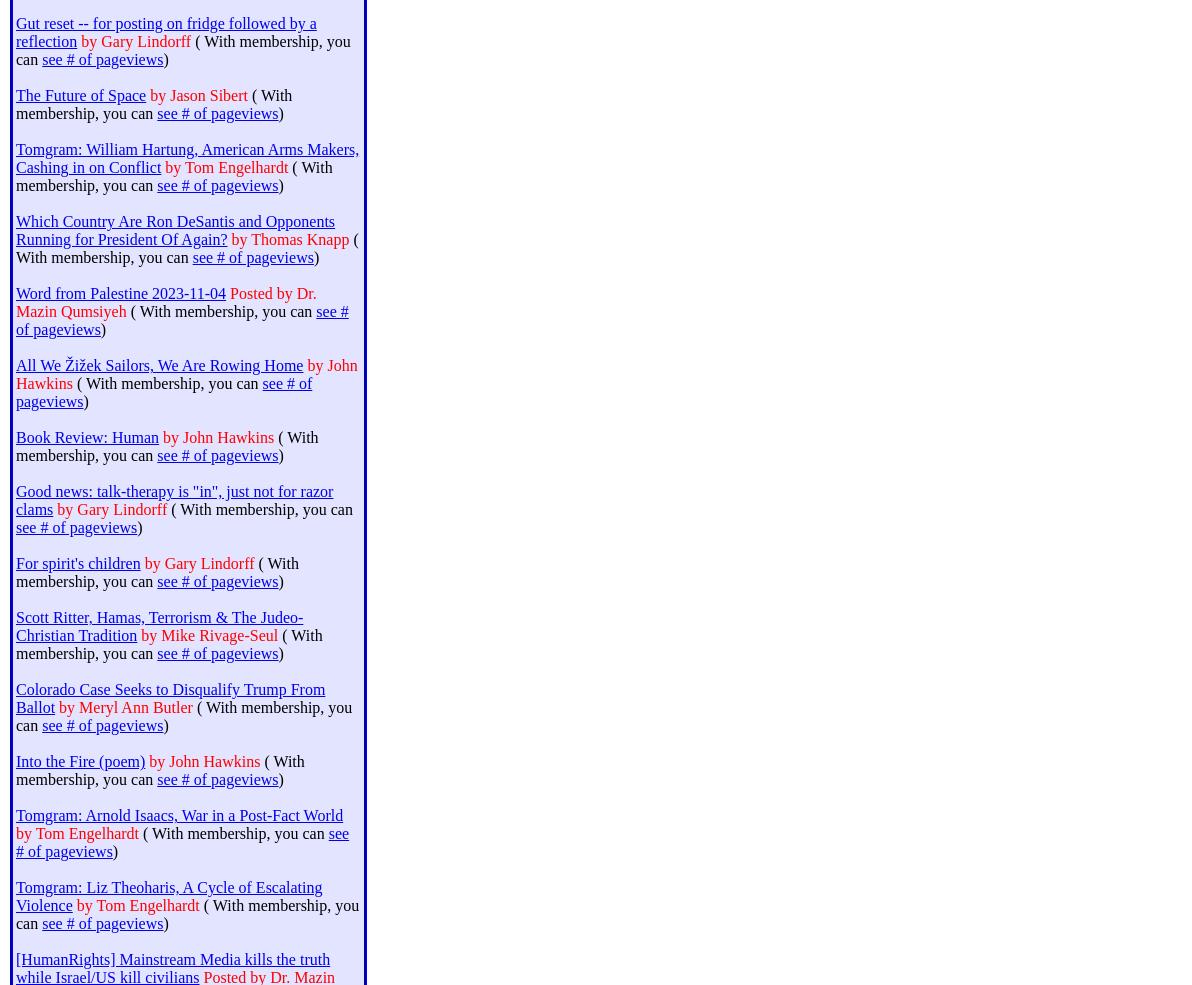 Image resolution: width=1192 pixels, height=985 pixels. What do you see at coordinates (197, 94) in the screenshot?
I see `'by Jason Sibert'` at bounding box center [197, 94].